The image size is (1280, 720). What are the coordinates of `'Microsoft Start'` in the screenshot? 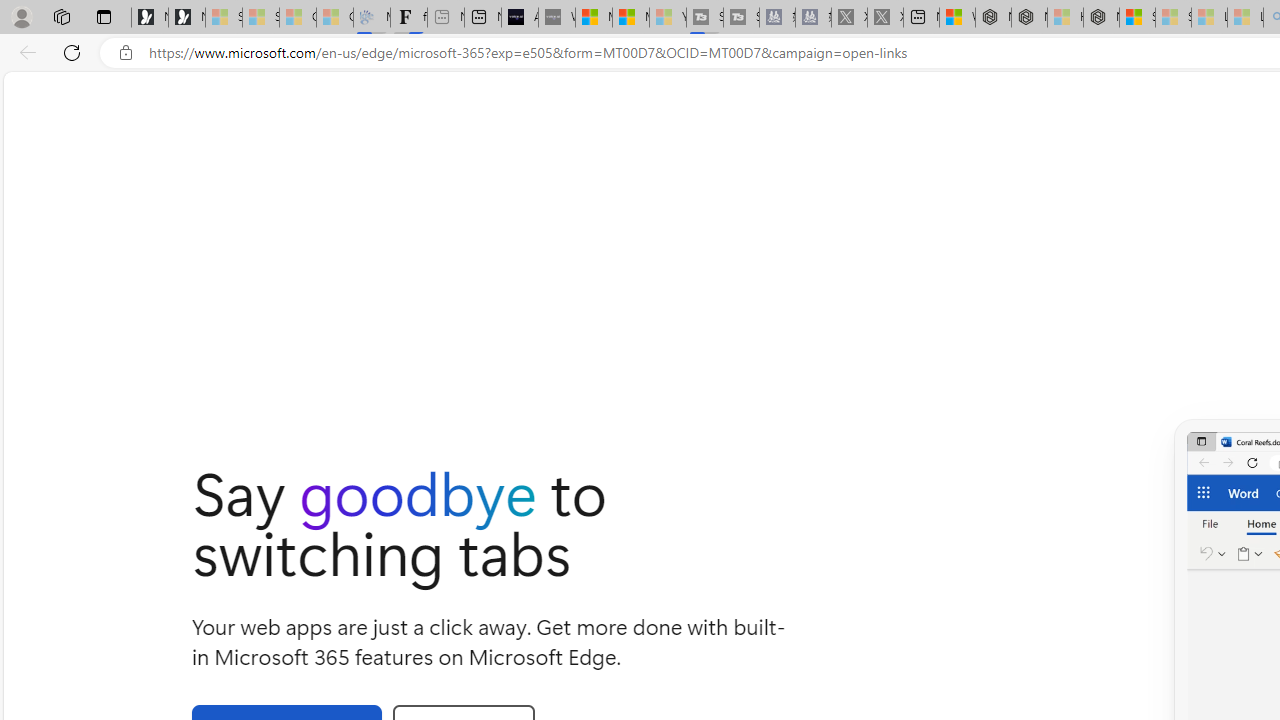 It's located at (630, 17).